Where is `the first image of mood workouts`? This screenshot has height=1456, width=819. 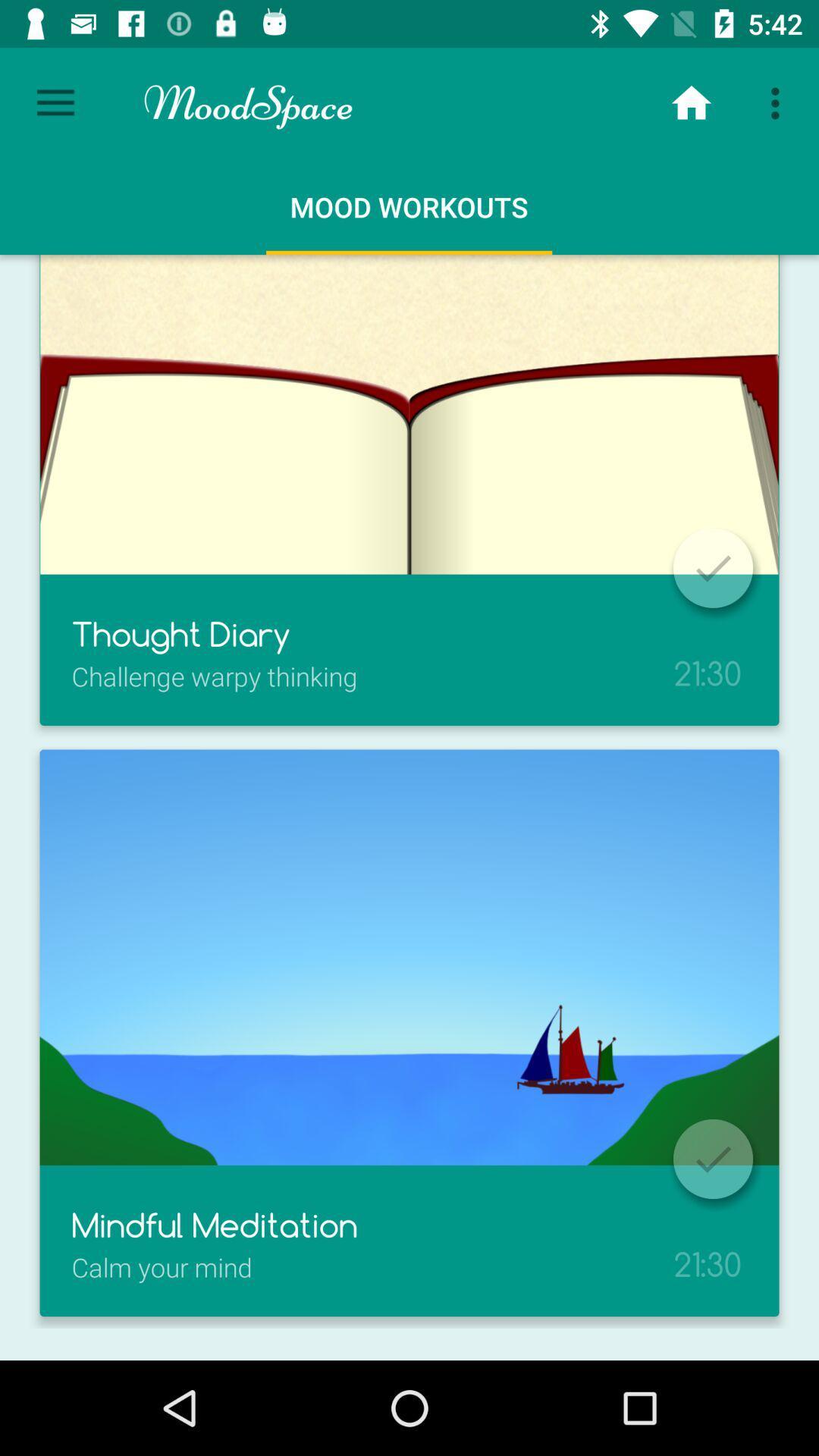 the first image of mood workouts is located at coordinates (409, 496).